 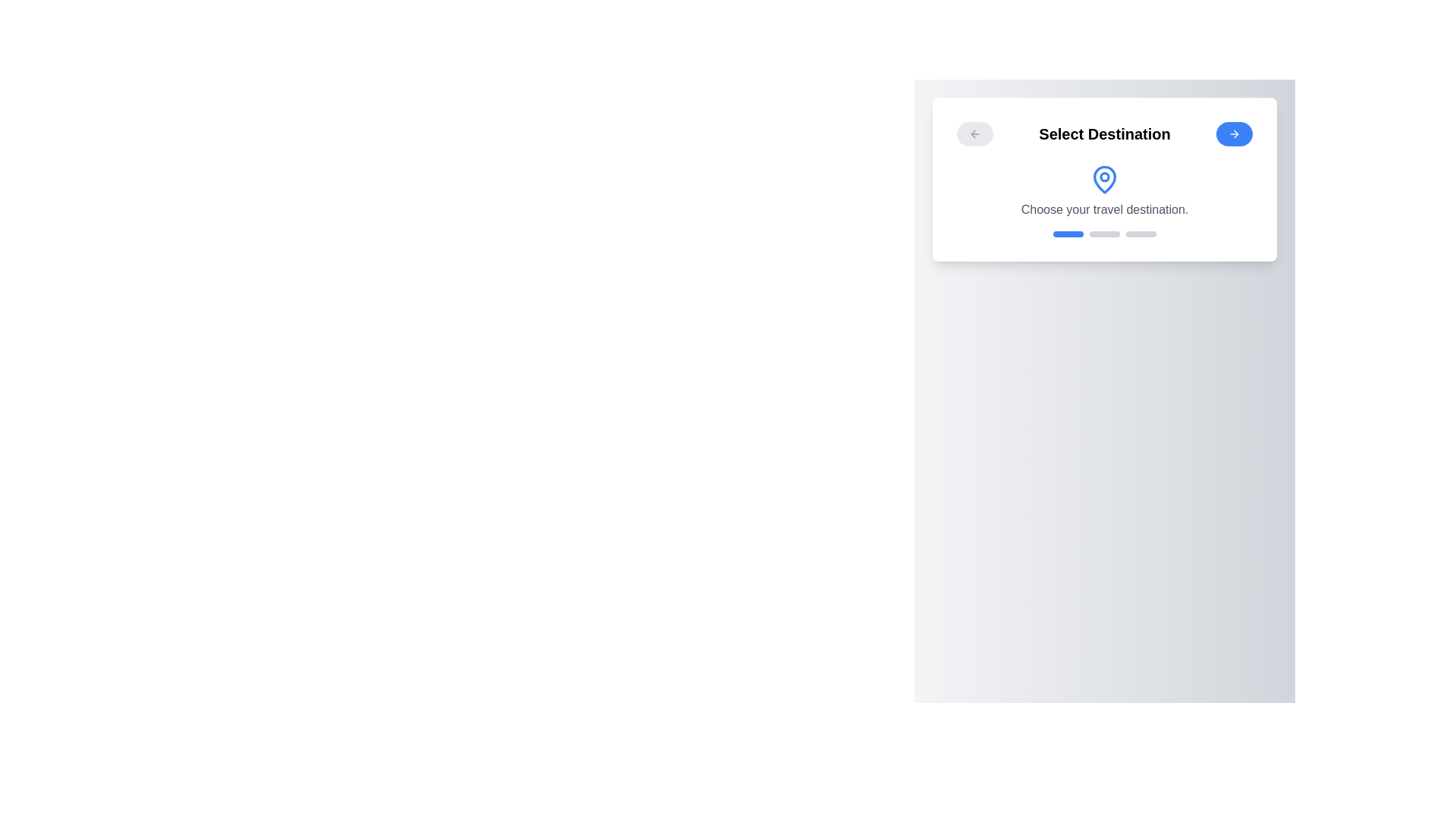 I want to click on the right arrow button within the rounded blue button in the top-right corner of the 'Select Destination' card to trigger a tooltip or visual feedback indicating interactivity, so click(x=1234, y=133).